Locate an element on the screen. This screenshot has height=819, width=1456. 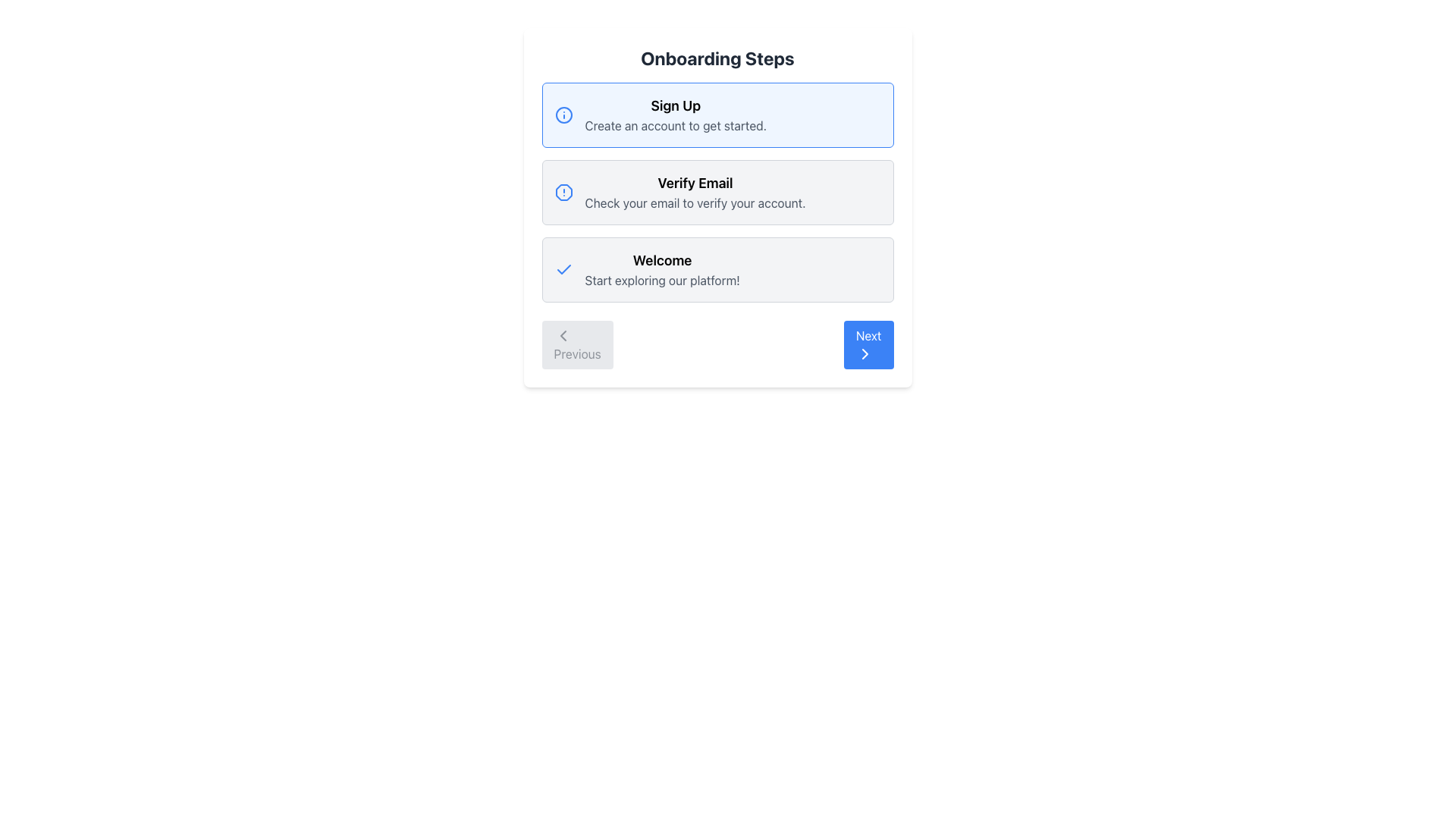
the leftward-pointing chevron icon within the 'Previous' button on the 'Onboarding Steps' card for navigation purposes is located at coordinates (562, 335).